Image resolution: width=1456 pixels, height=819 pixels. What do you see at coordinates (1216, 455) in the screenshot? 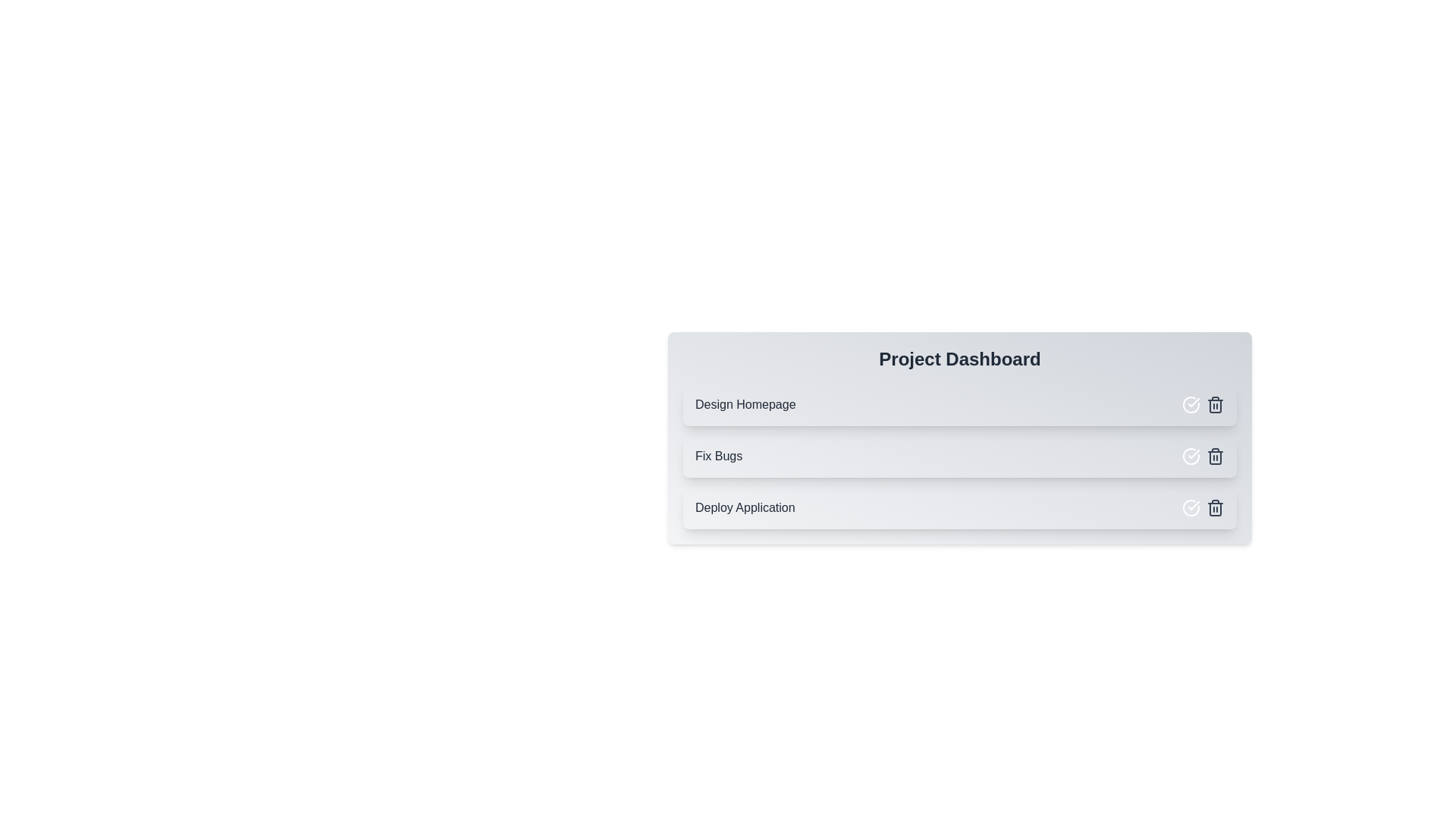
I see `the trash icon of the project named Fix Bugs to delete it` at bounding box center [1216, 455].